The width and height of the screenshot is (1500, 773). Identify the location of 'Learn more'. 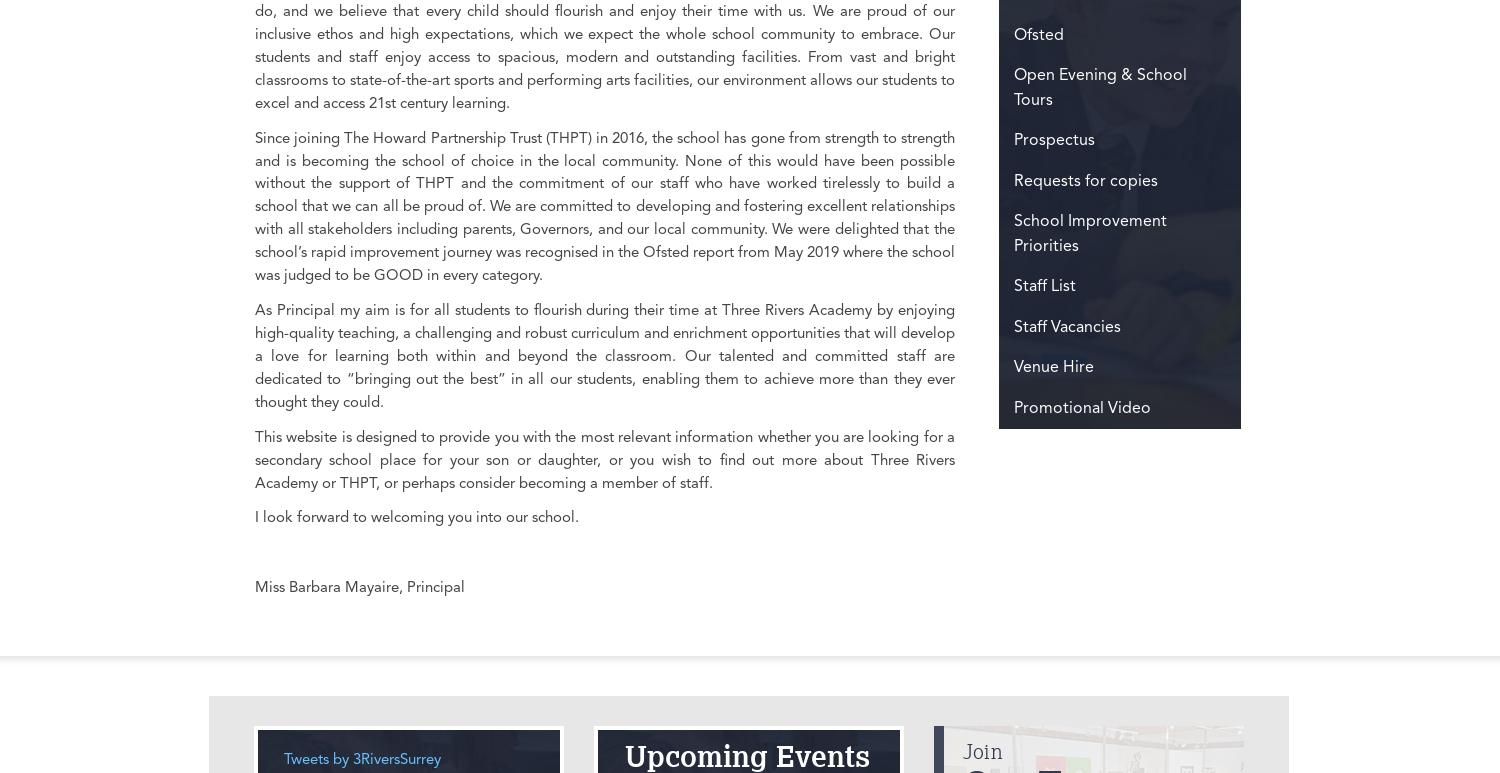
(25, 146).